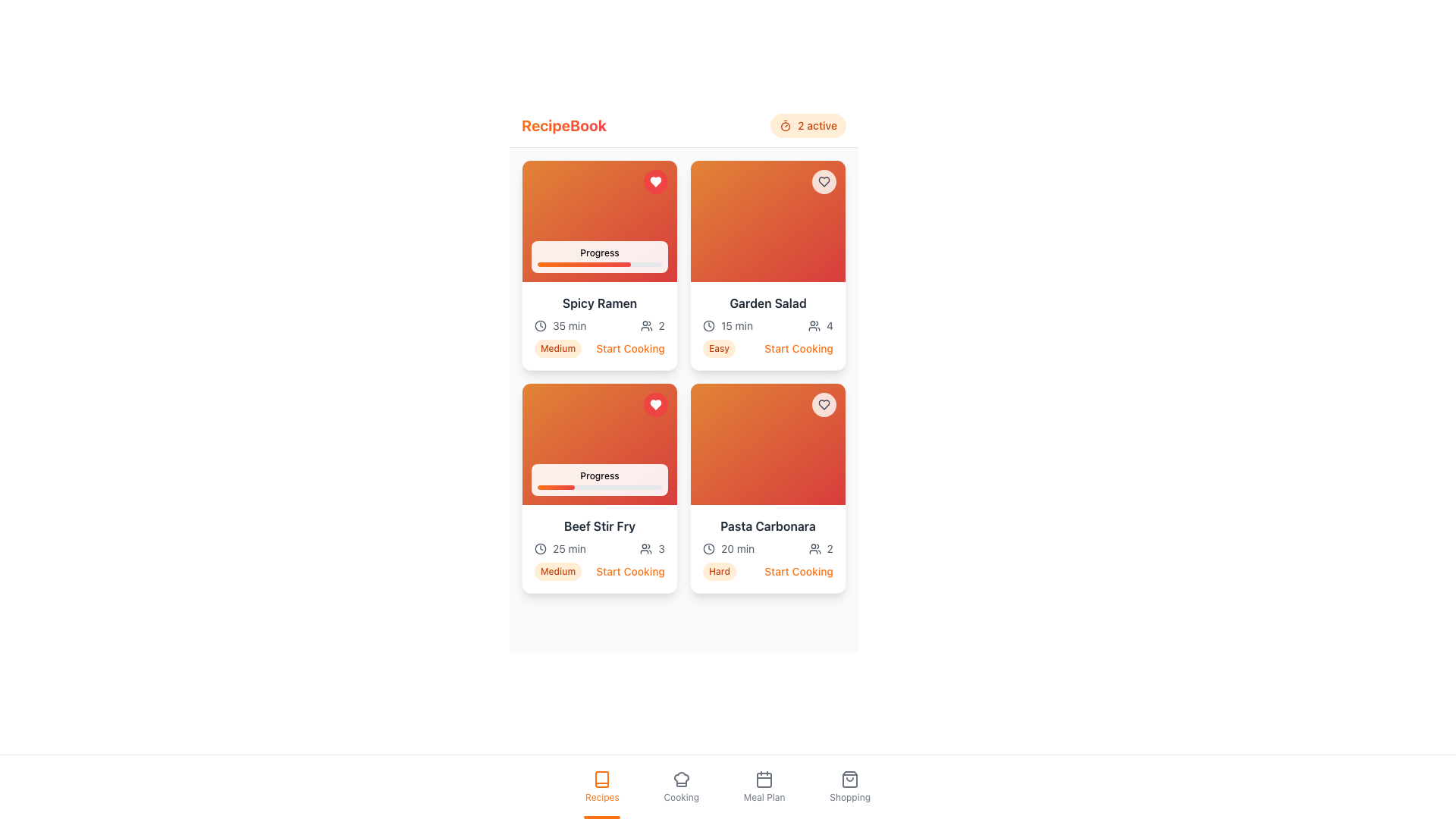 This screenshot has height=819, width=1456. What do you see at coordinates (599, 256) in the screenshot?
I see `progress information from the progress indicator located at the bottom section of the recipe card in the top-left corner of a 2x2 grid of recipe cards` at bounding box center [599, 256].